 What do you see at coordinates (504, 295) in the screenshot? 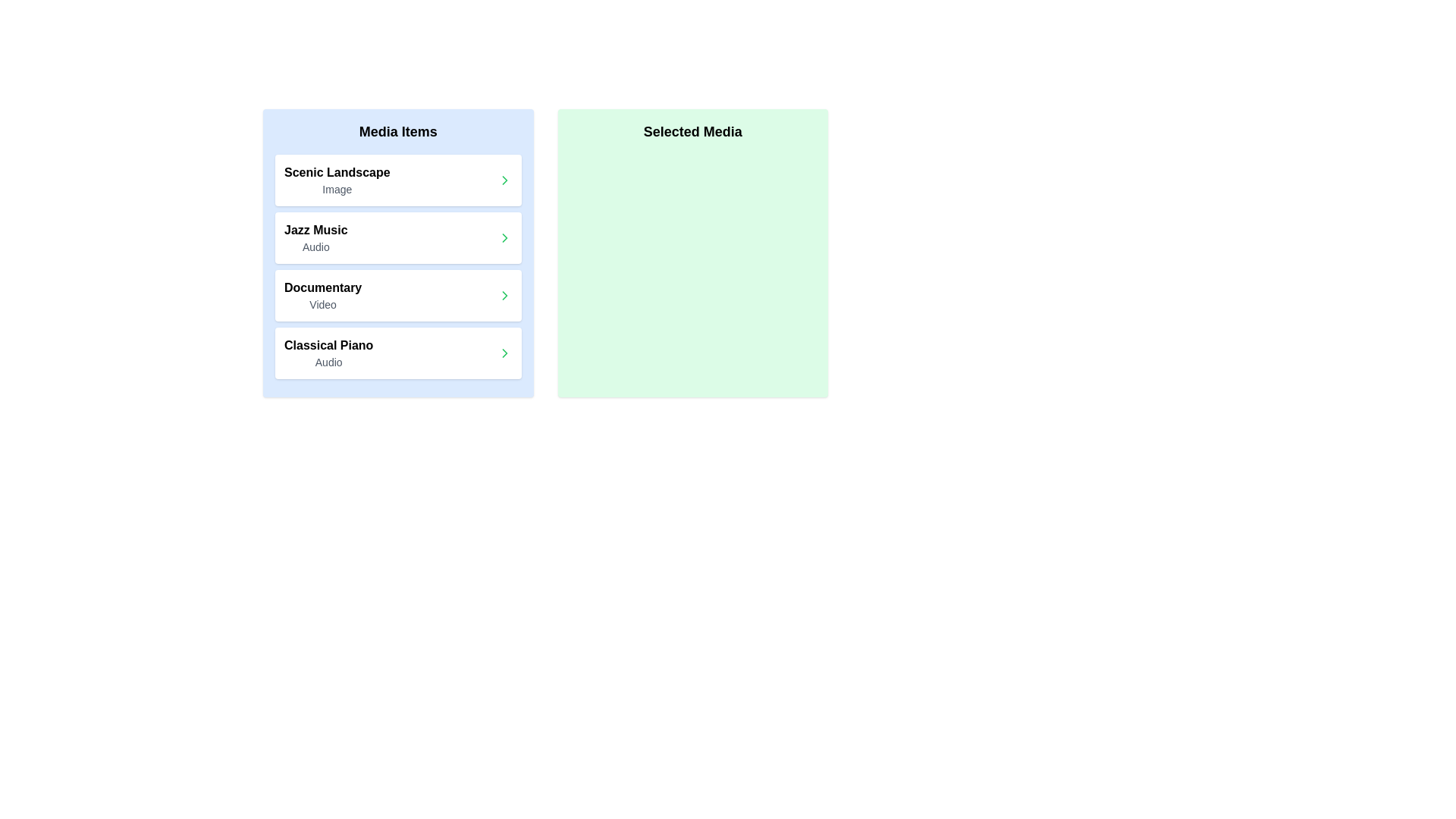
I see `right arrow button next to the item named 'Documentary' in the 'Media Items' list` at bounding box center [504, 295].